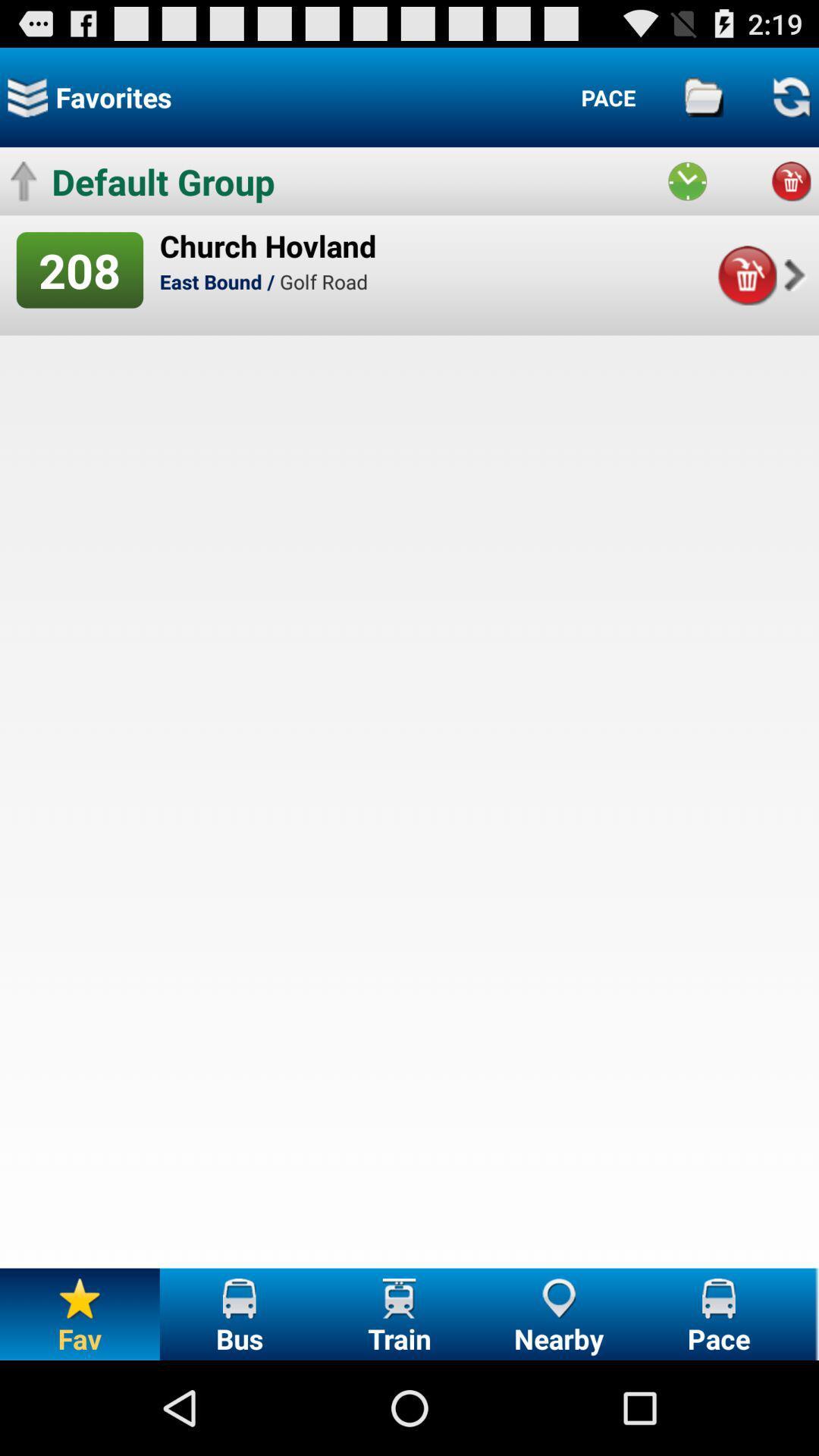 This screenshot has width=819, height=1456. What do you see at coordinates (687, 181) in the screenshot?
I see `the clock icon beside the default group` at bounding box center [687, 181].